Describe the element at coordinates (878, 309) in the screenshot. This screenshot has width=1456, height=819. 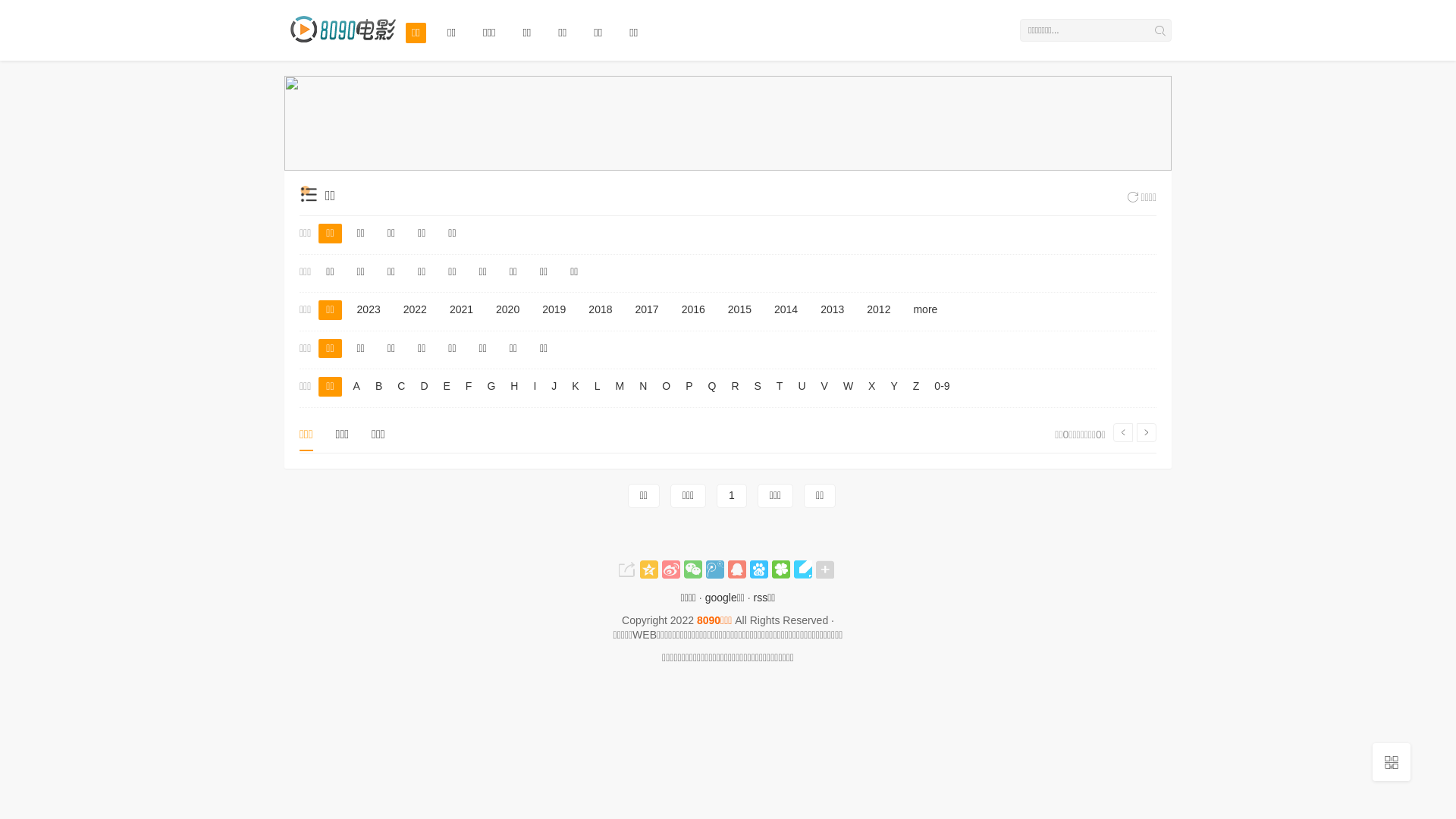
I see `'2012'` at that location.